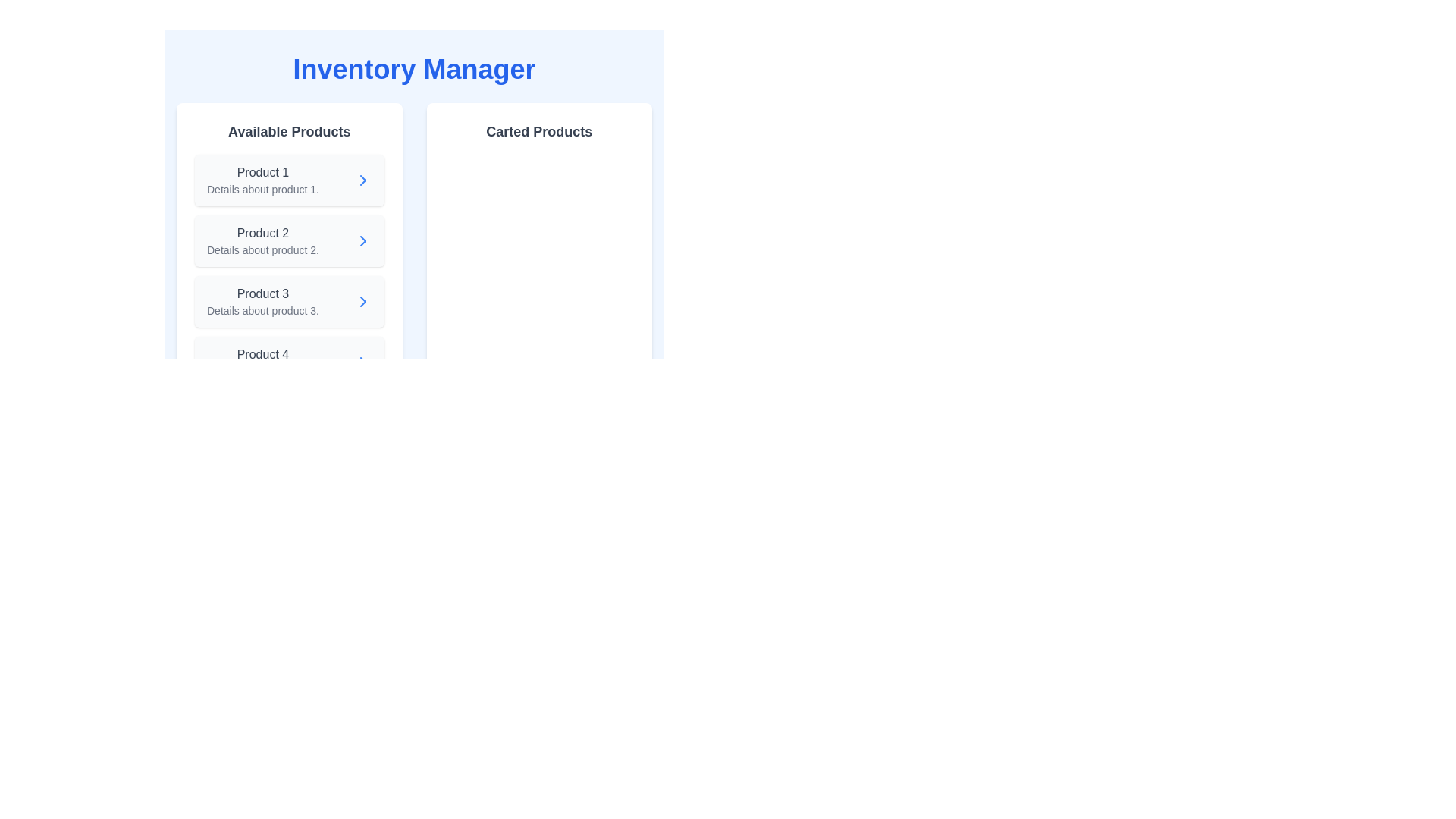  I want to click on the descriptive Text label for 'Product 2' located directly underneath the main label in the 'Available Products' section, so click(262, 249).